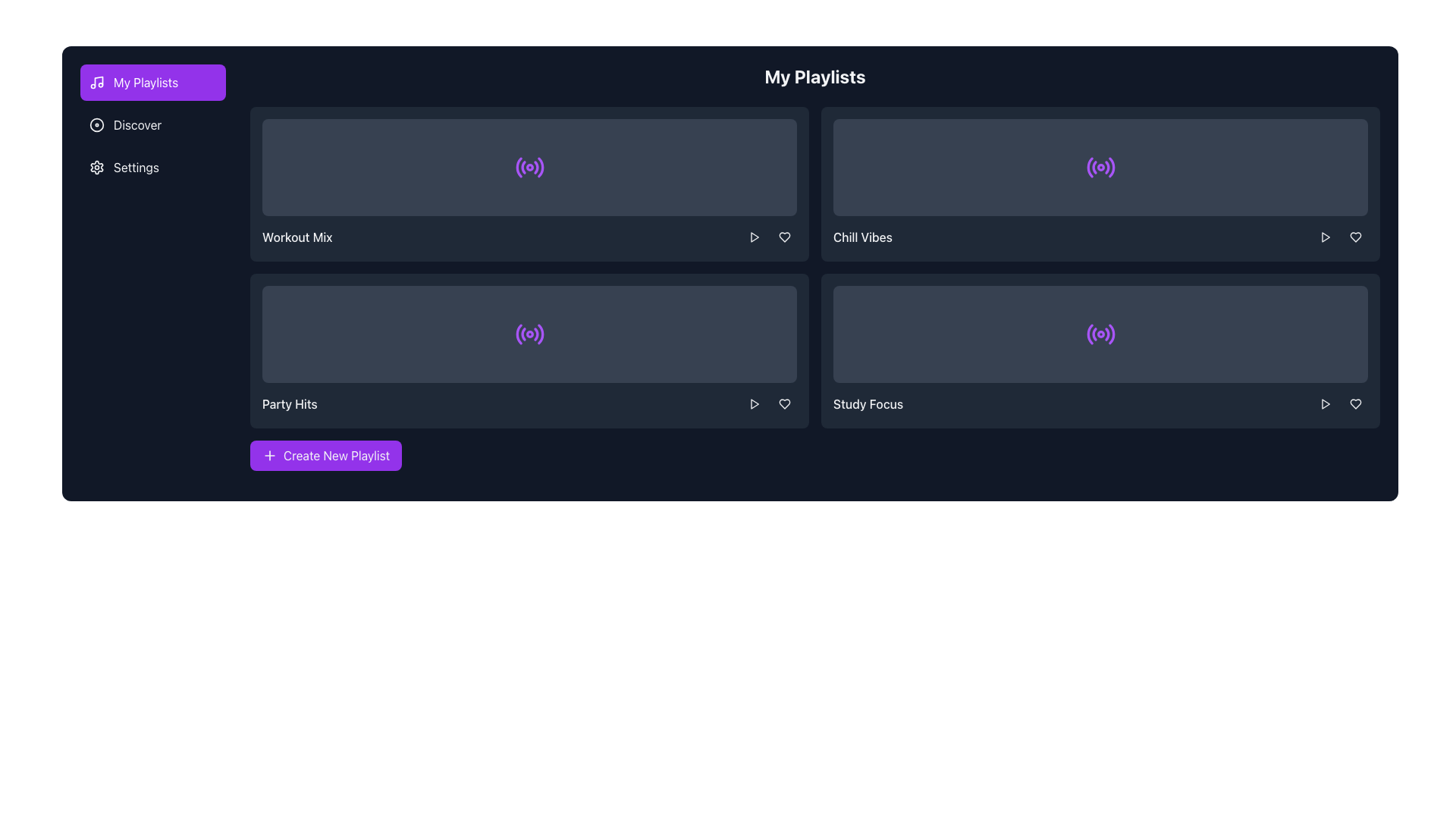  What do you see at coordinates (785, 403) in the screenshot?
I see `the heart-shaped icon in the bottom-right corner of the 'Study Focus' playlist card to mark the playlist as a favorite` at bounding box center [785, 403].